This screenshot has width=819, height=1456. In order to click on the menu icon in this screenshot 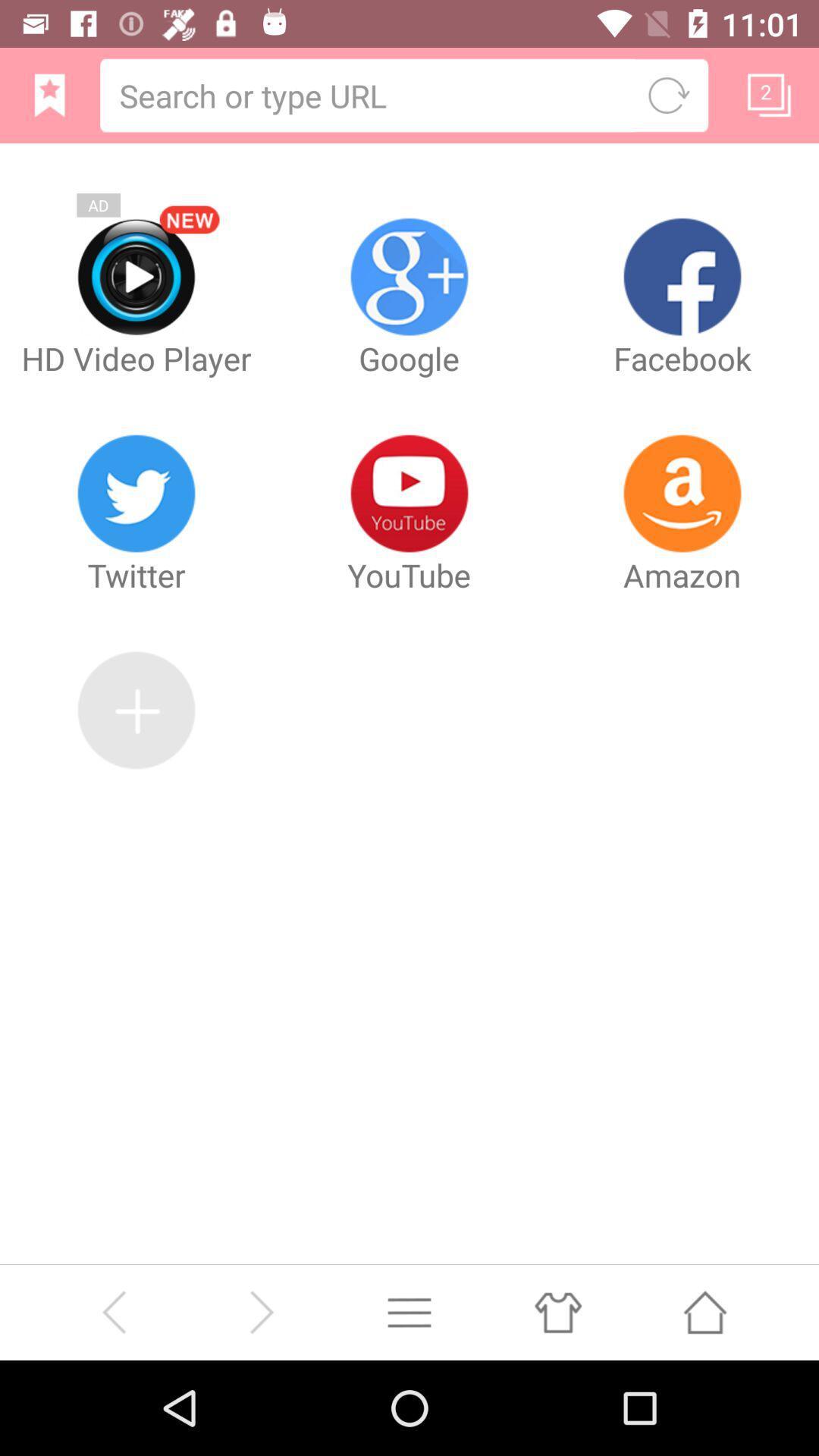, I will do `click(409, 1404)`.